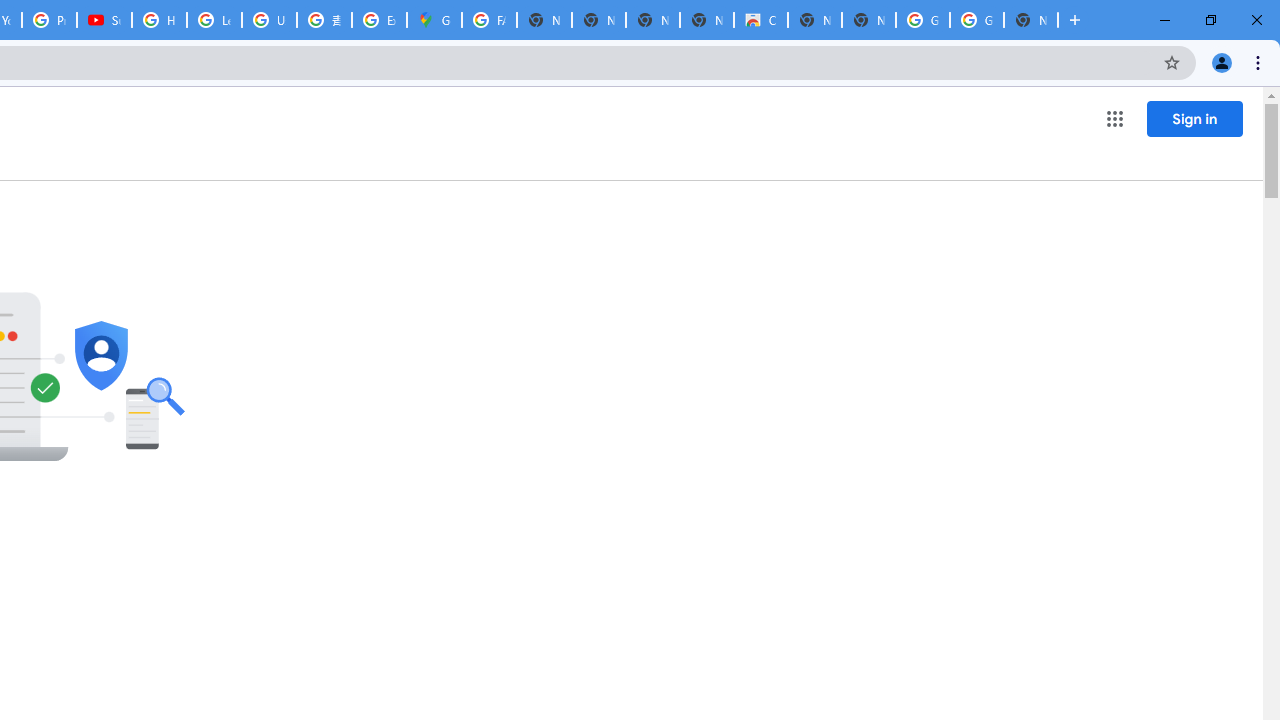  I want to click on 'Subscriptions - YouTube', so click(103, 20).